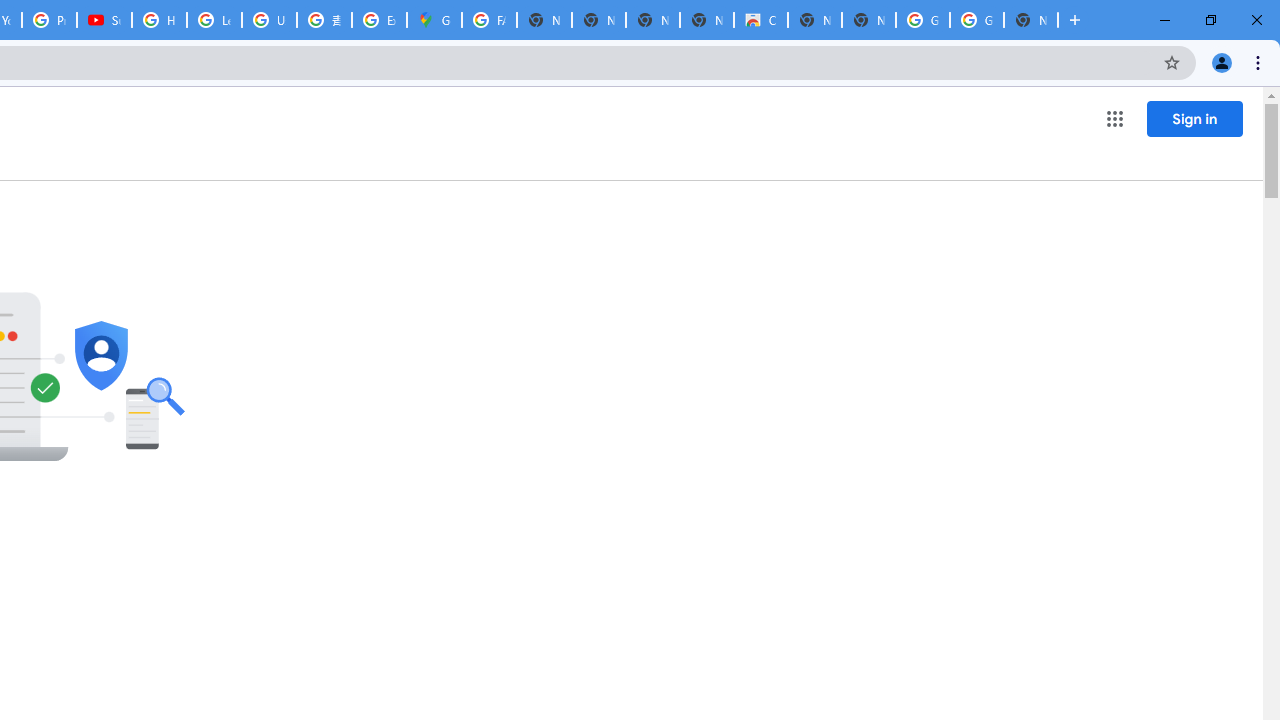  I want to click on 'Subscriptions - YouTube', so click(103, 20).